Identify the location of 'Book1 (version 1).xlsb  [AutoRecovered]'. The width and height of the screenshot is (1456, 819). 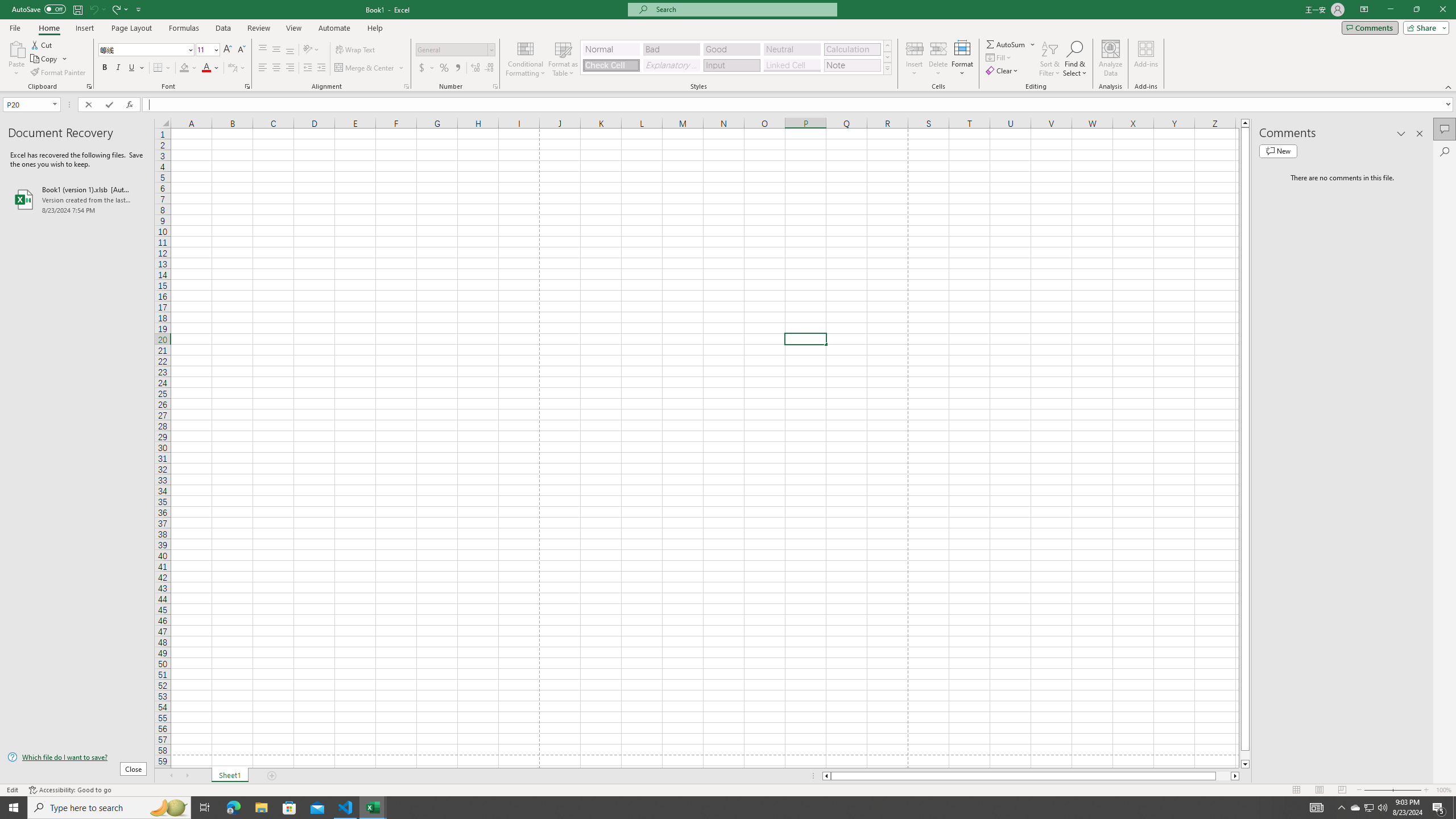
(76, 198).